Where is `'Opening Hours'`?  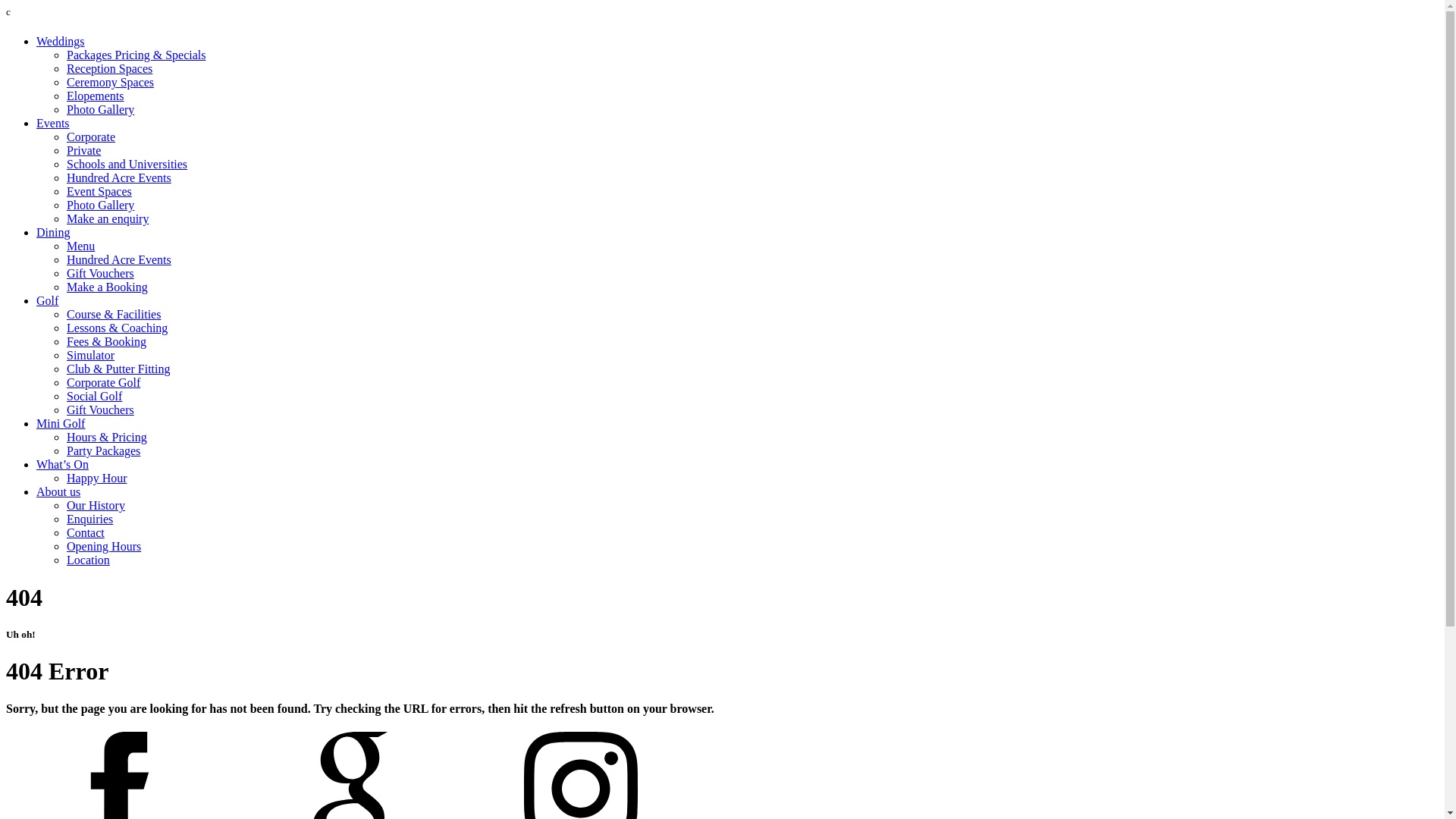 'Opening Hours' is located at coordinates (103, 546).